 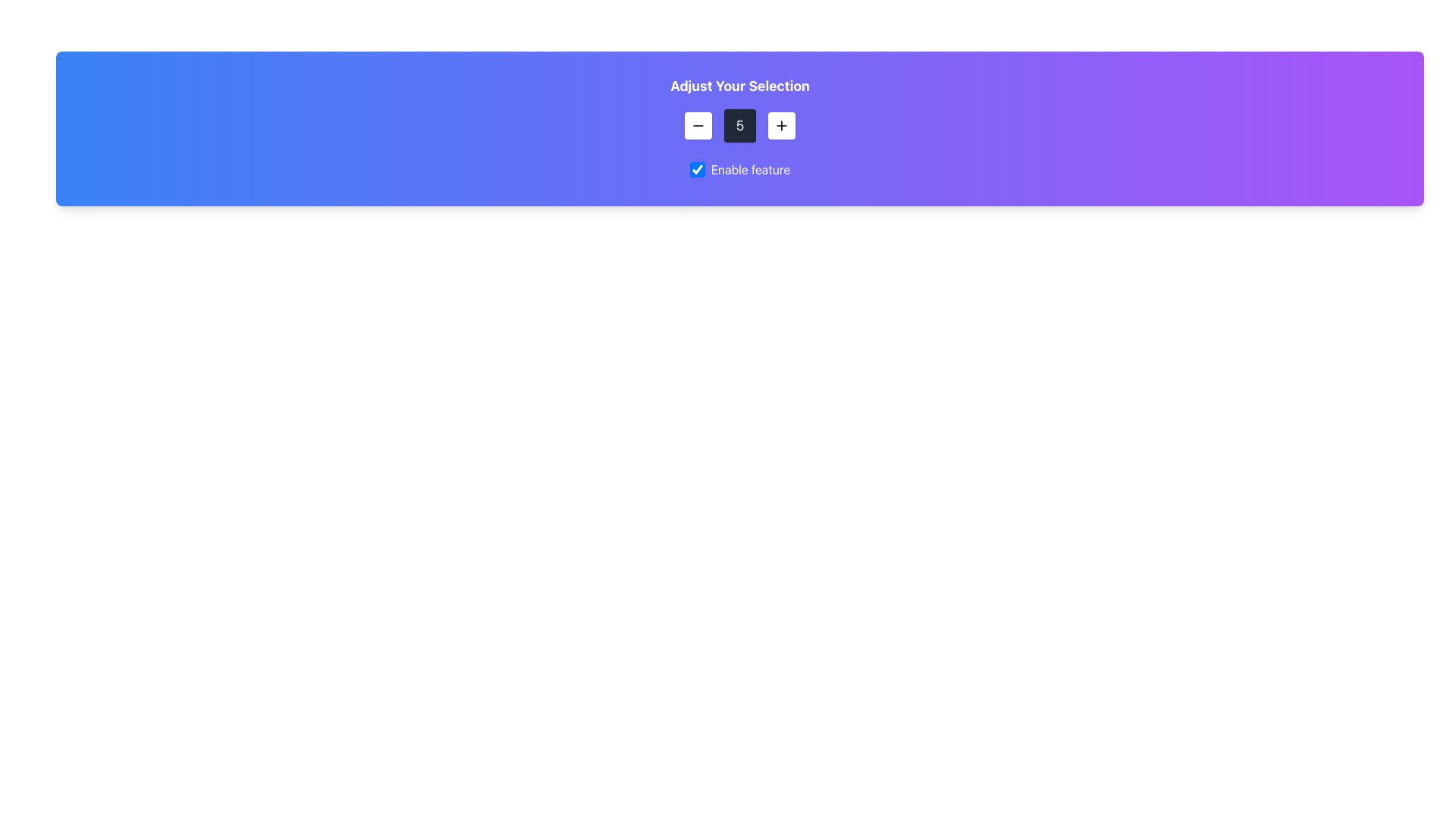 I want to click on the dark gray rectangular button with rounded corners containing the white text '5', which is centrally positioned among its siblings in the 'Adjust Your Selection' section, so click(x=739, y=124).